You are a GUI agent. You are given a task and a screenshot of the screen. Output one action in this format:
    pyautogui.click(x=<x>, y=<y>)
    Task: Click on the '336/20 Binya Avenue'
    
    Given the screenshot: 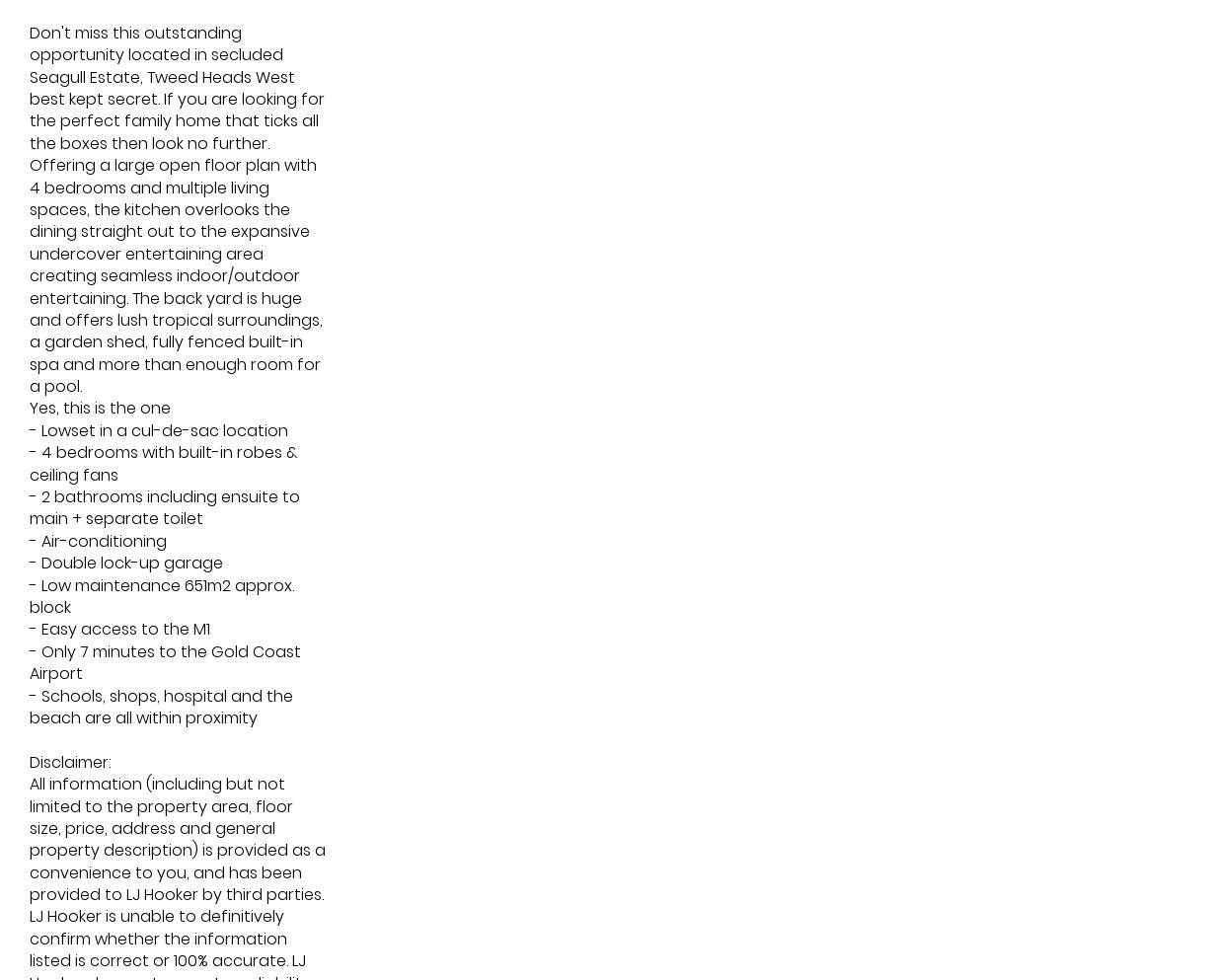 What is the action you would take?
    pyautogui.click(x=471, y=446)
    